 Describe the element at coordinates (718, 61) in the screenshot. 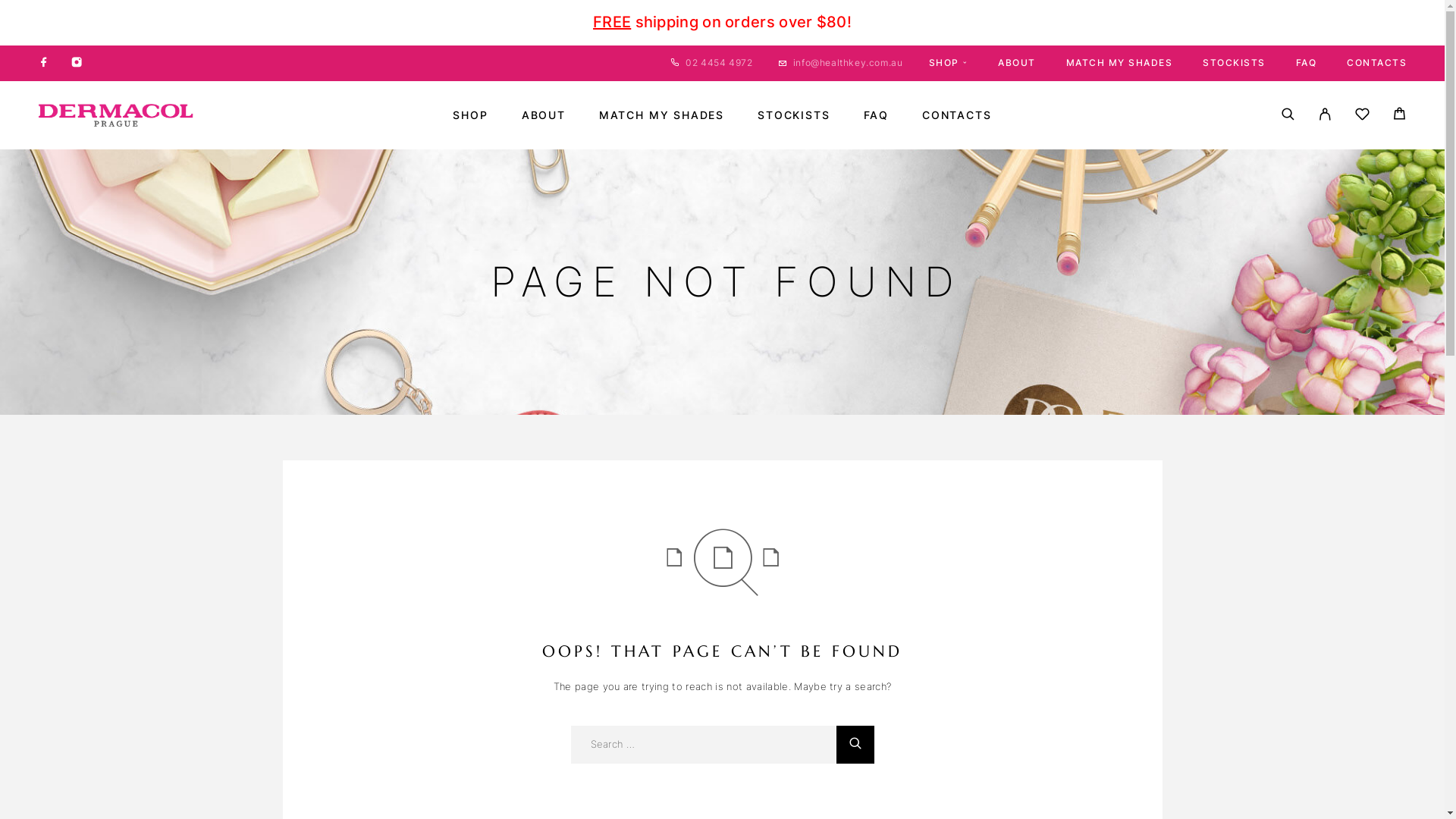

I see `'02 4454 4972'` at that location.